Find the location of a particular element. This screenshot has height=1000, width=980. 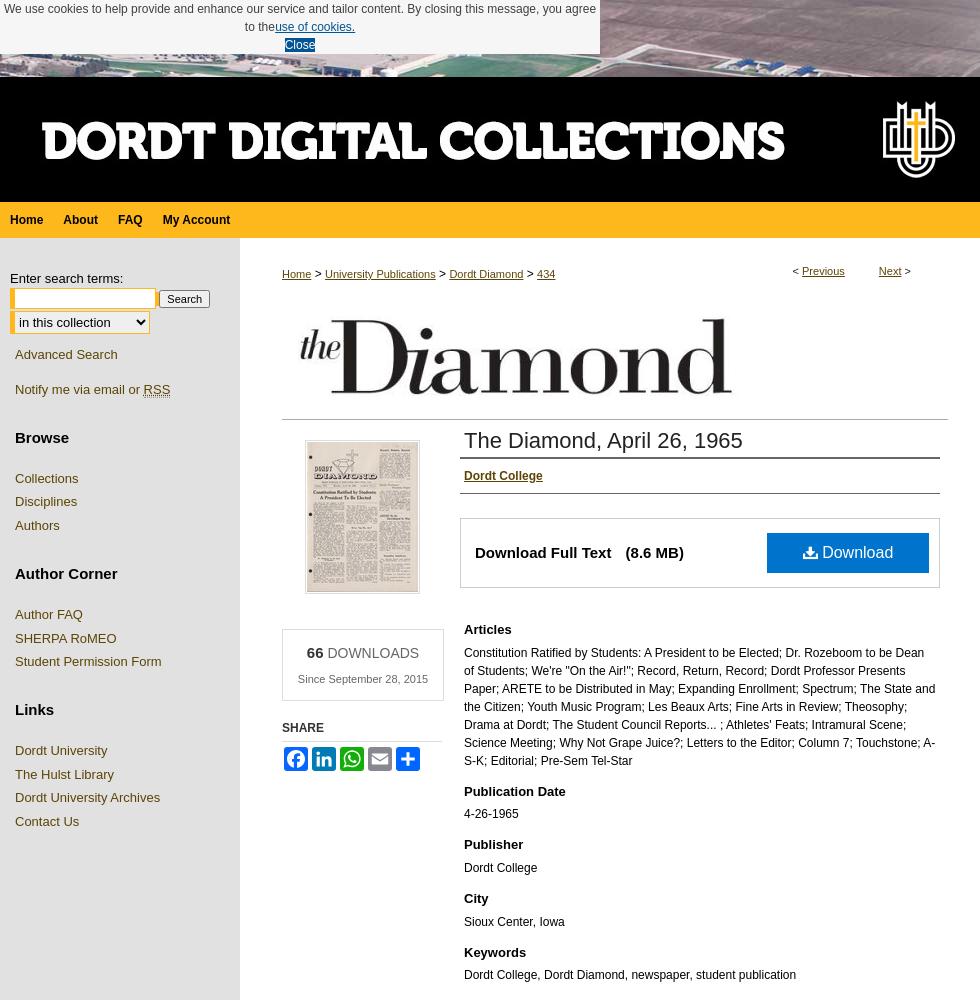

'Close' is located at coordinates (299, 45).